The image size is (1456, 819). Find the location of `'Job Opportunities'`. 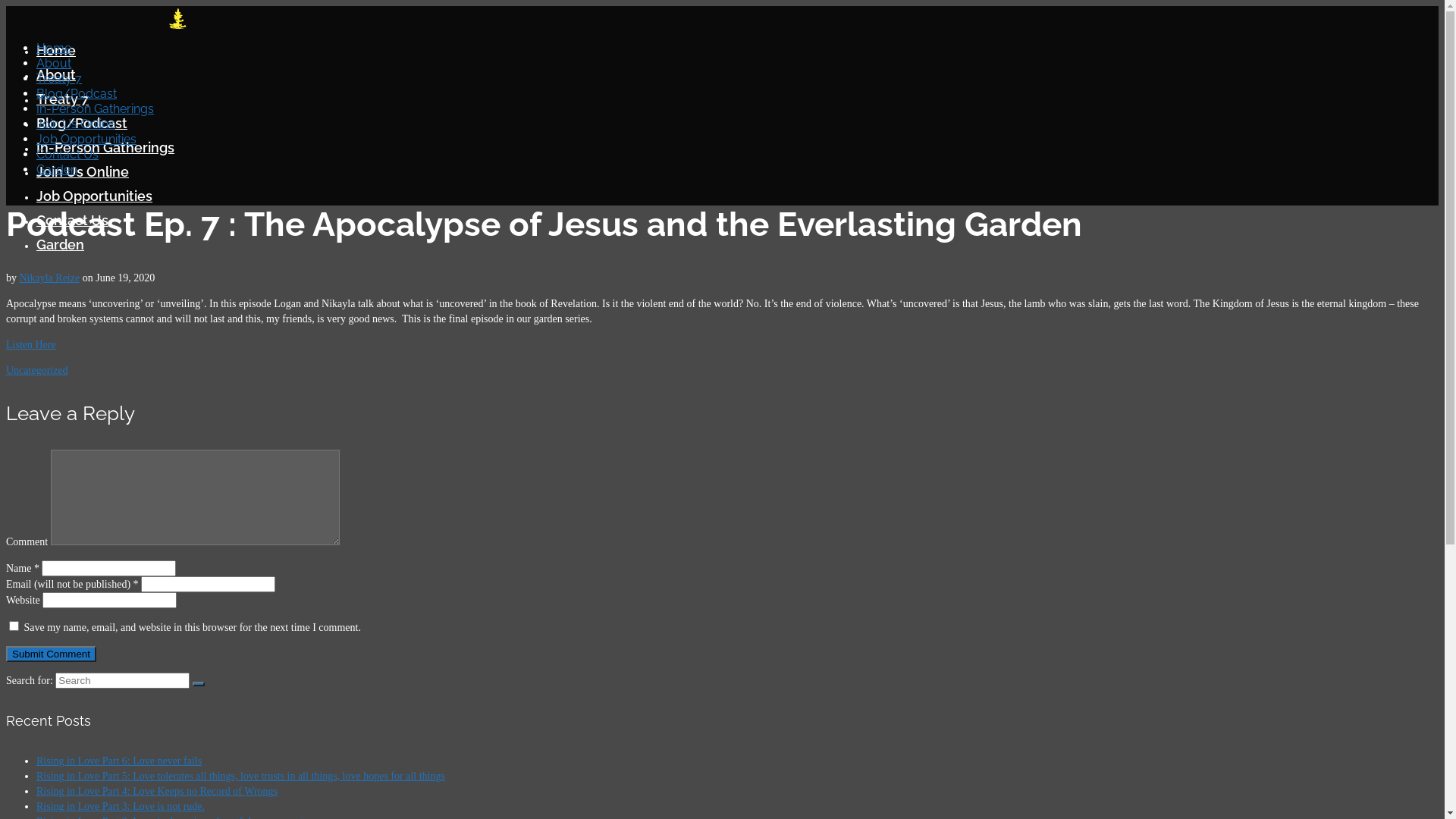

'Job Opportunities' is located at coordinates (86, 139).